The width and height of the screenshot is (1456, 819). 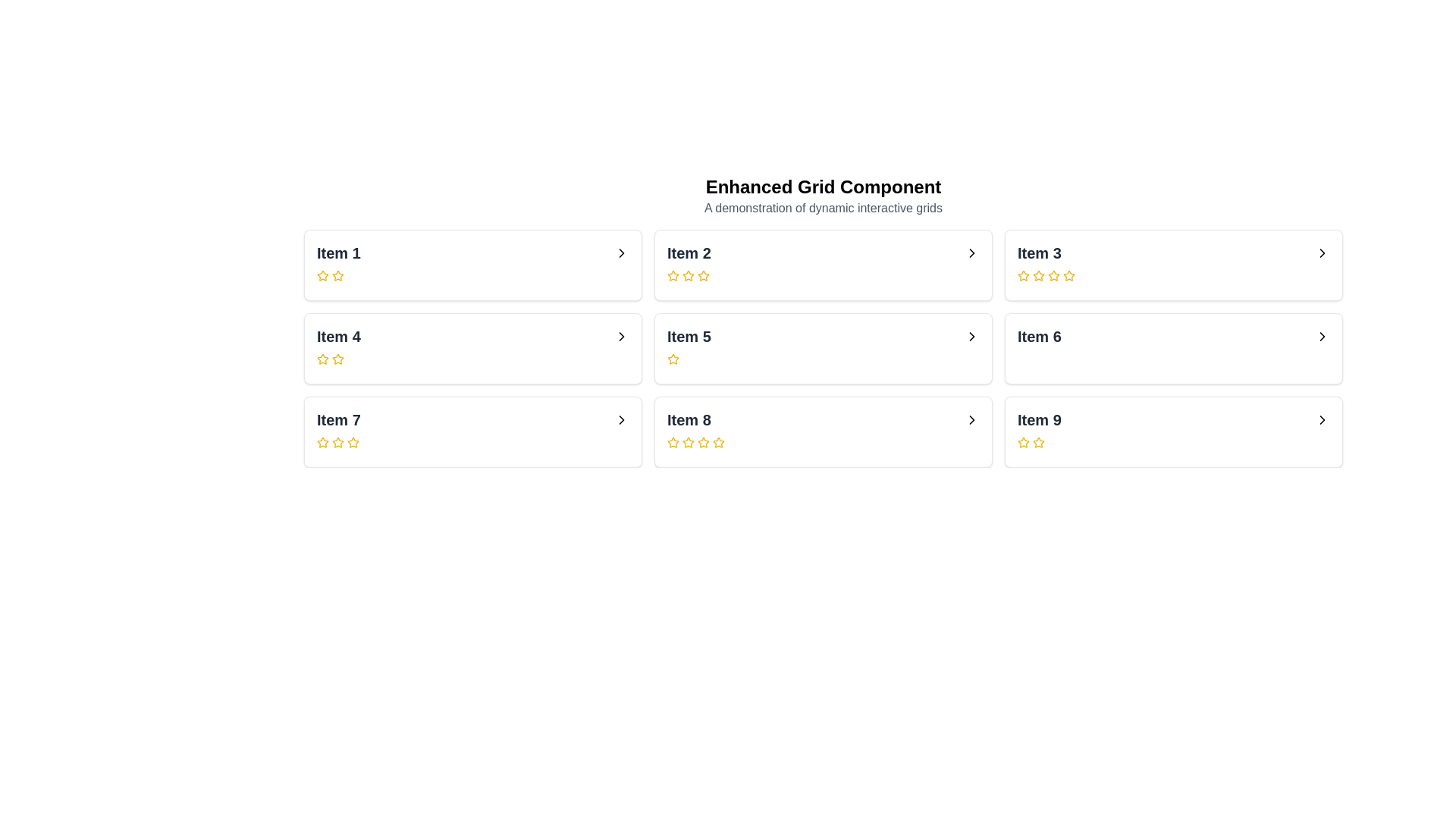 What do you see at coordinates (1173, 253) in the screenshot?
I see `the 'Item 3' element in the top-right corner of the grid layout` at bounding box center [1173, 253].